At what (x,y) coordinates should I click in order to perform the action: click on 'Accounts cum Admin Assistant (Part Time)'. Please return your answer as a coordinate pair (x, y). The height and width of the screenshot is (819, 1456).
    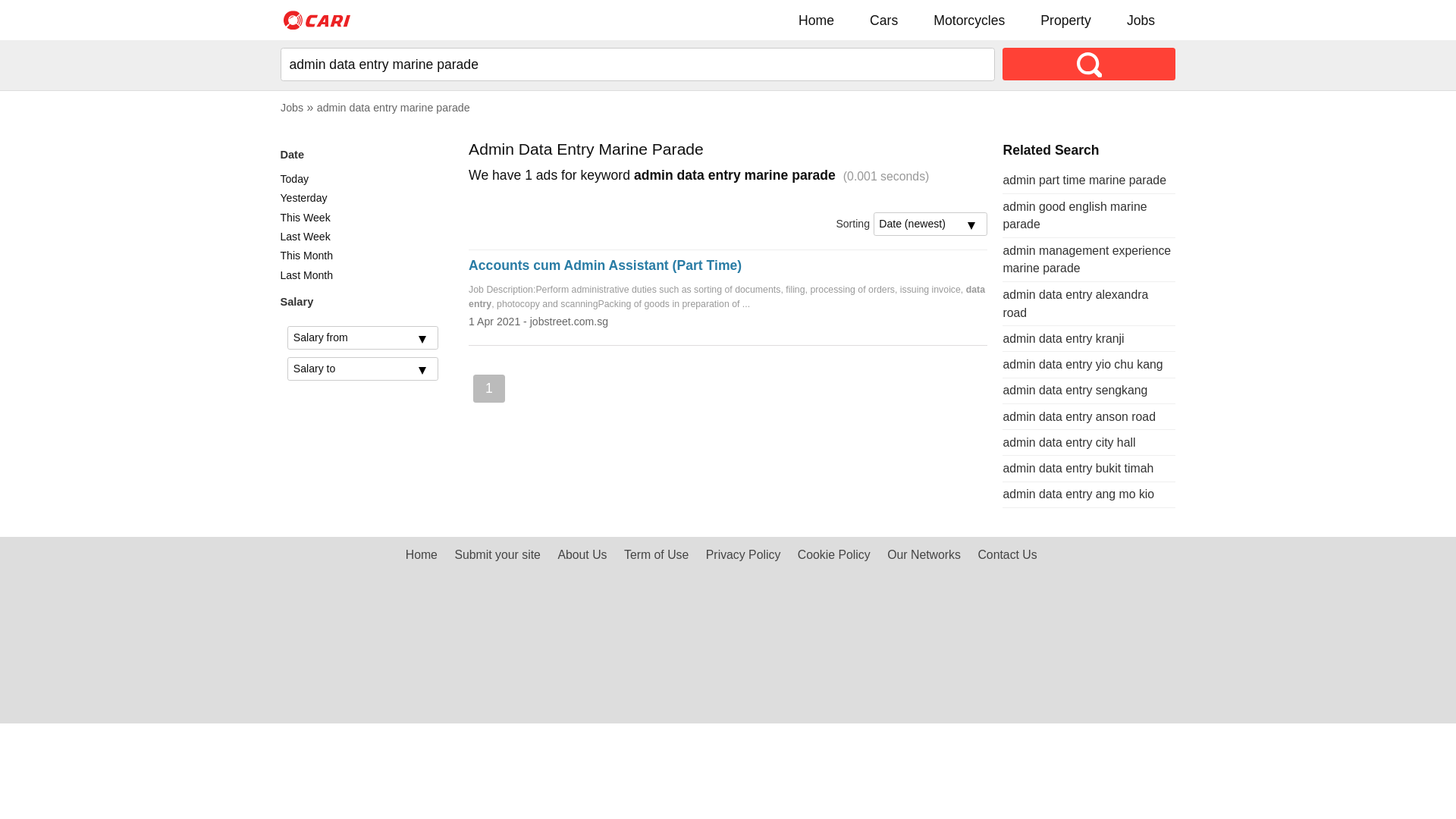
    Looking at the image, I should click on (604, 265).